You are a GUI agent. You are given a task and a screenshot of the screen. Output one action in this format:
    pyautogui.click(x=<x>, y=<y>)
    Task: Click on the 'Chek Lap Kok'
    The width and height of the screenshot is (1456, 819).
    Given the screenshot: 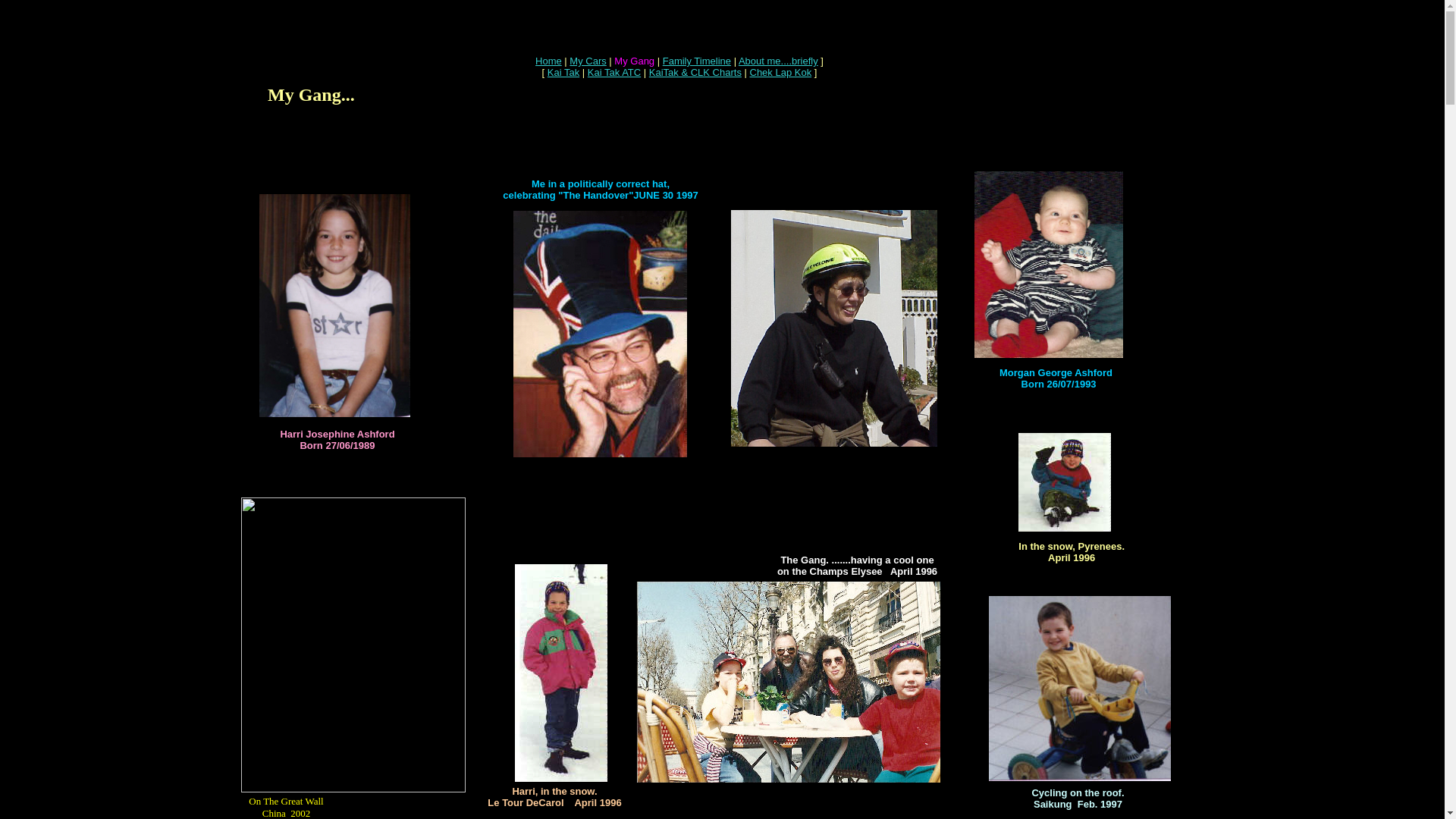 What is the action you would take?
    pyautogui.click(x=749, y=72)
    